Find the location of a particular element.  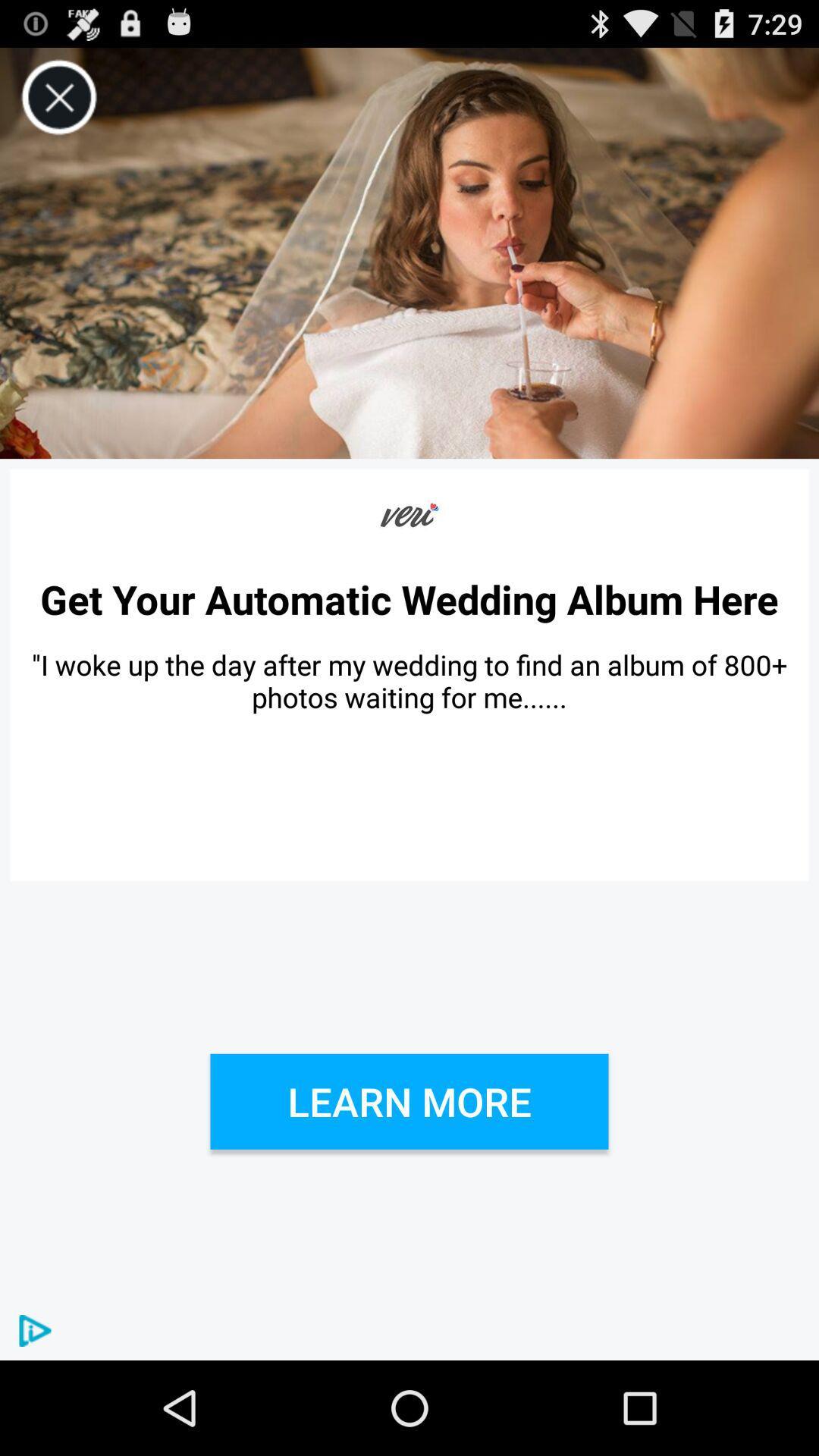

learn more is located at coordinates (409, 1101).